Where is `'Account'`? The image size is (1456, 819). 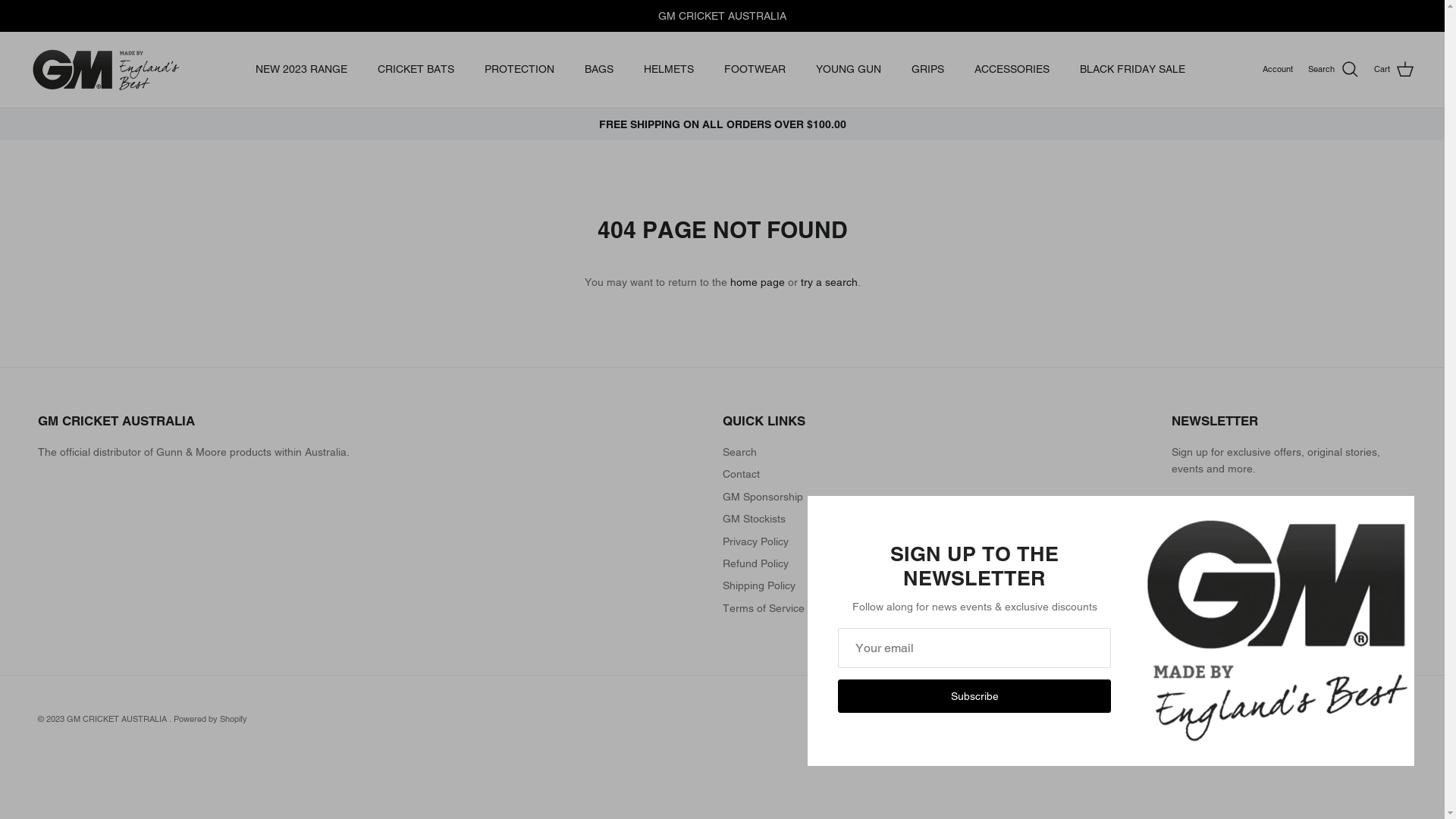 'Account' is located at coordinates (1276, 70).